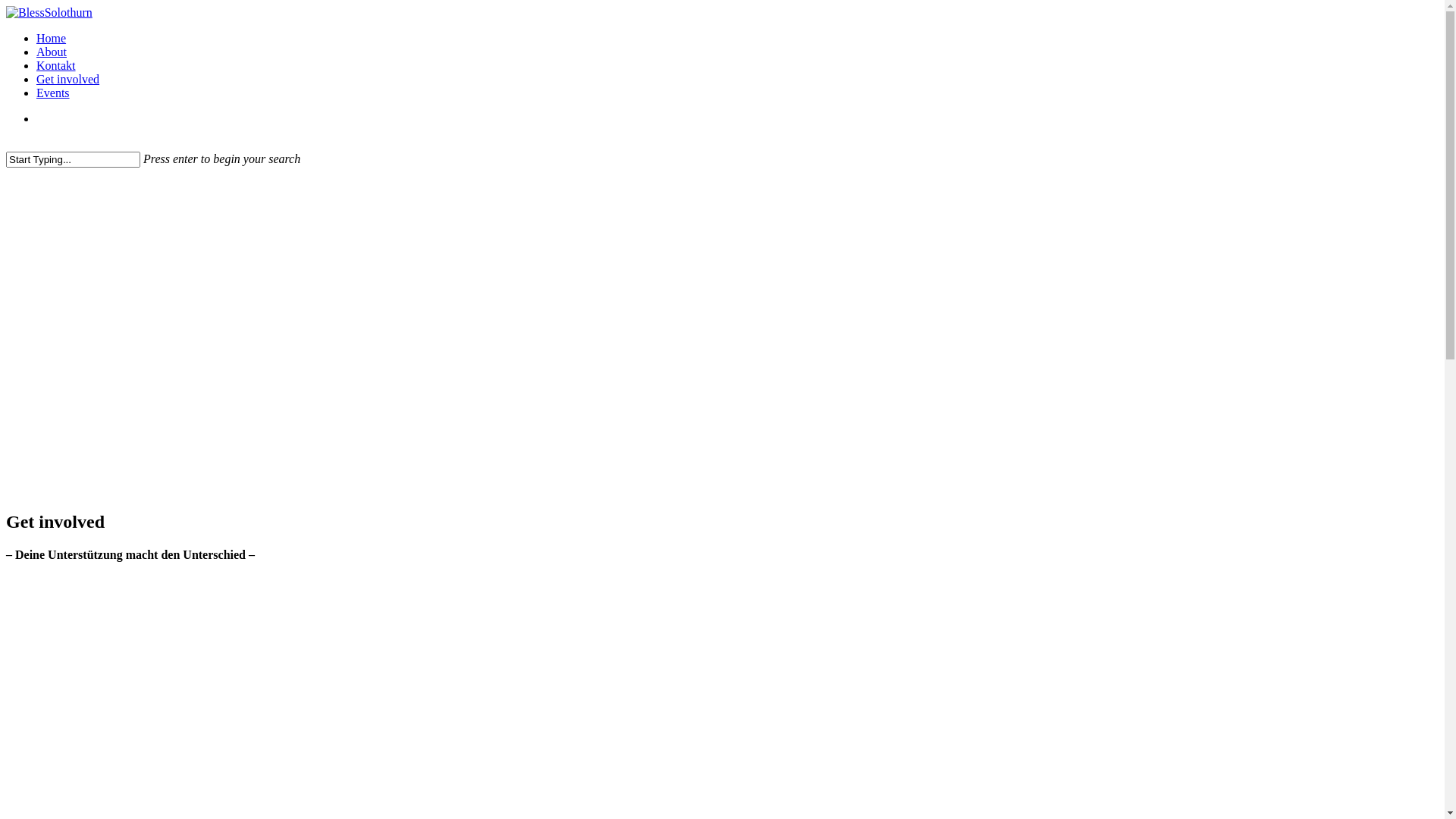 The image size is (1456, 819). I want to click on 'Events', so click(53, 93).